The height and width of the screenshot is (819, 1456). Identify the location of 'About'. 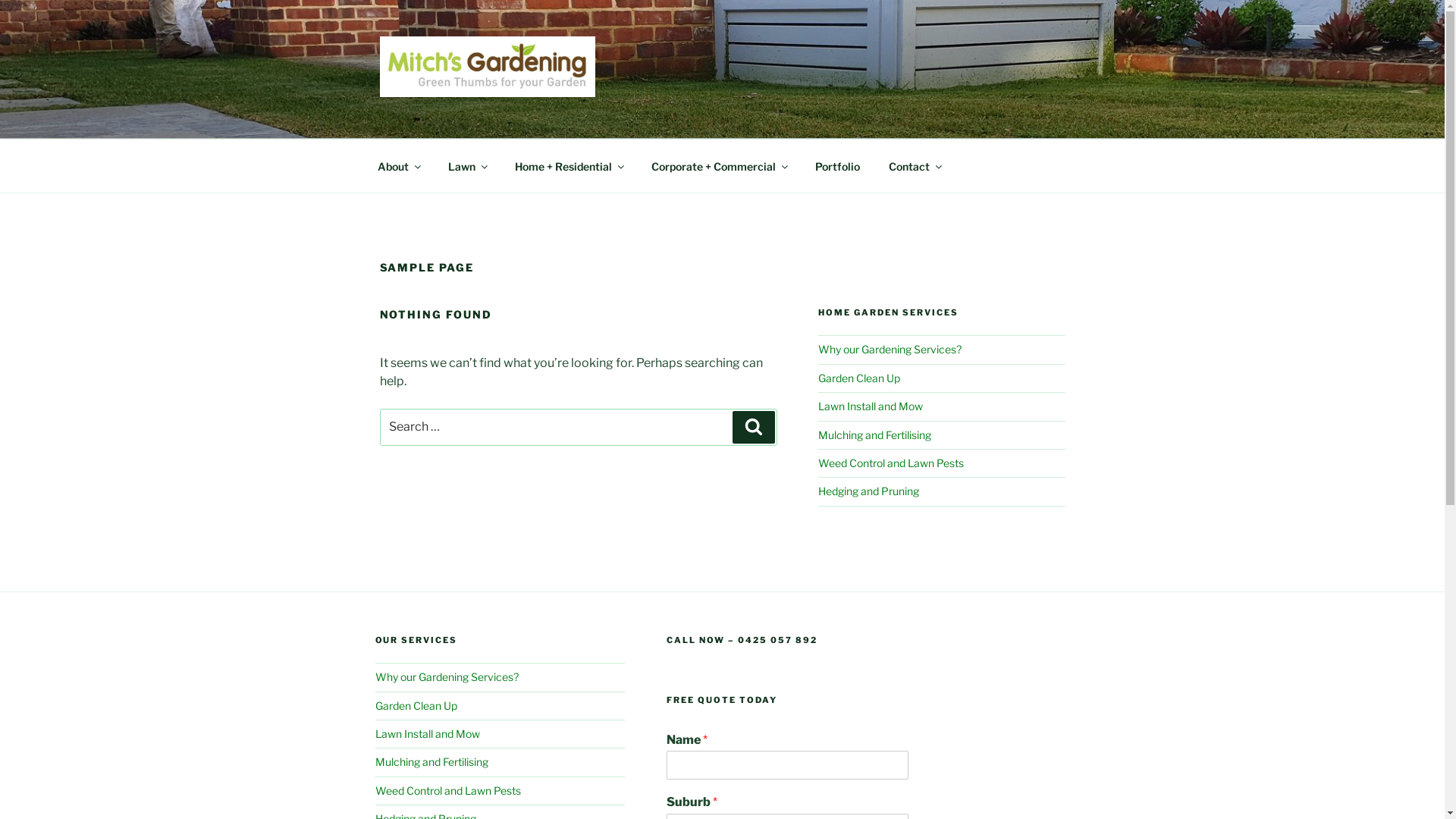
(364, 165).